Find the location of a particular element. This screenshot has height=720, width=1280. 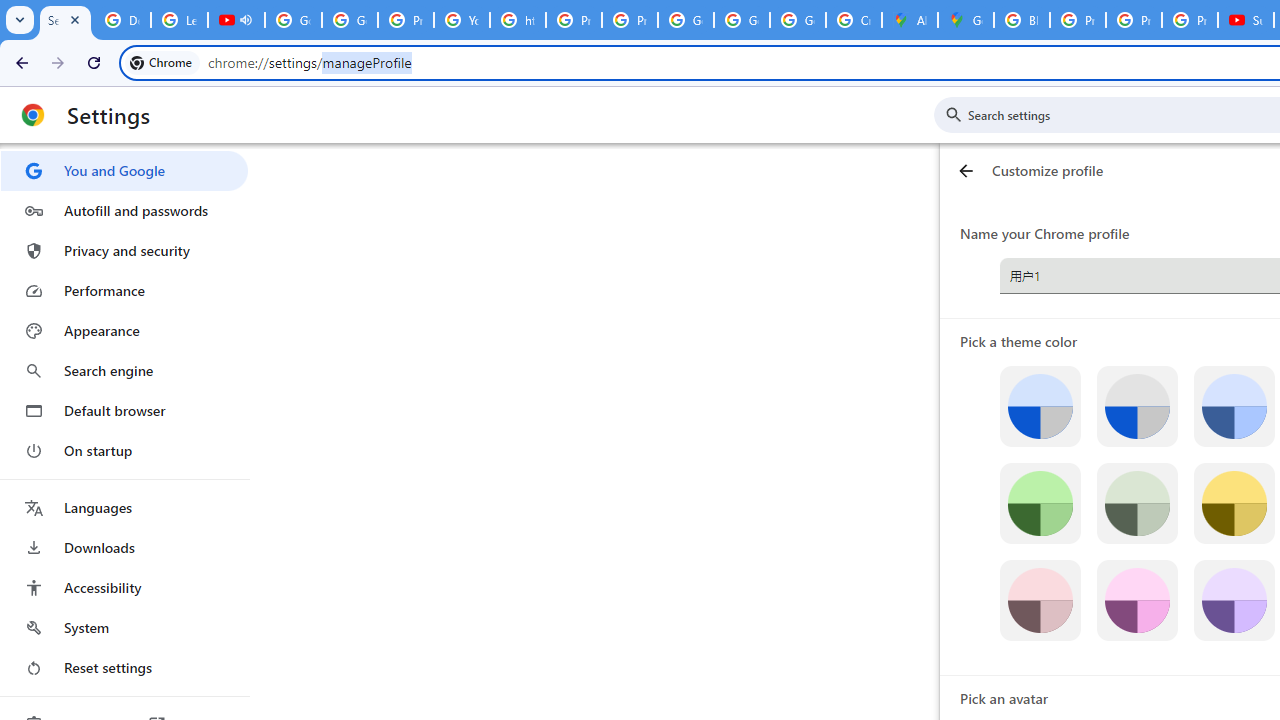

'On startup' is located at coordinates (123, 451).